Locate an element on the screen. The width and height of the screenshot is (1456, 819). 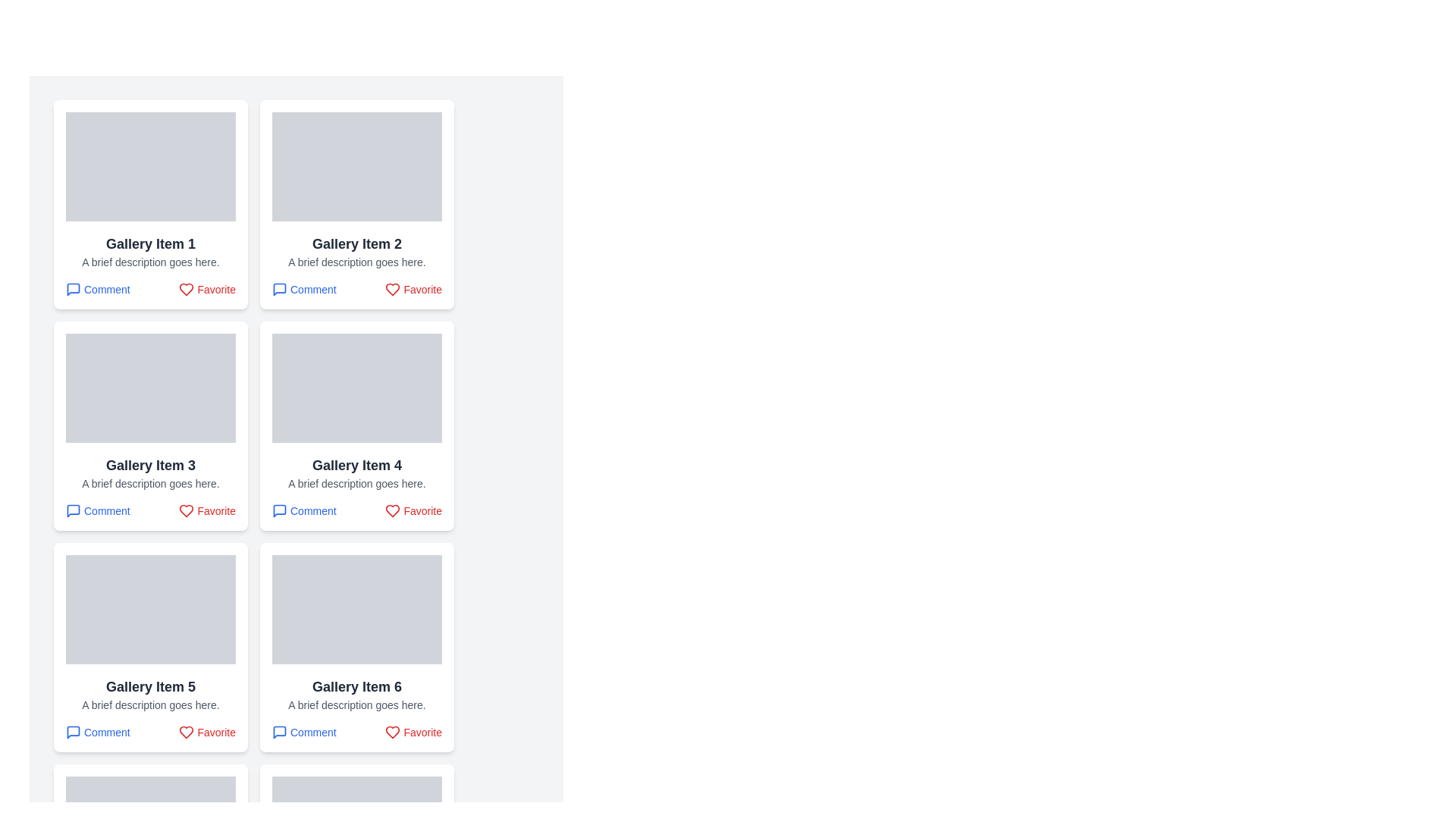
text label containing 'A brief description goes here.' located under the title 'Gallery Item 3' in the third gallery card is located at coordinates (150, 483).